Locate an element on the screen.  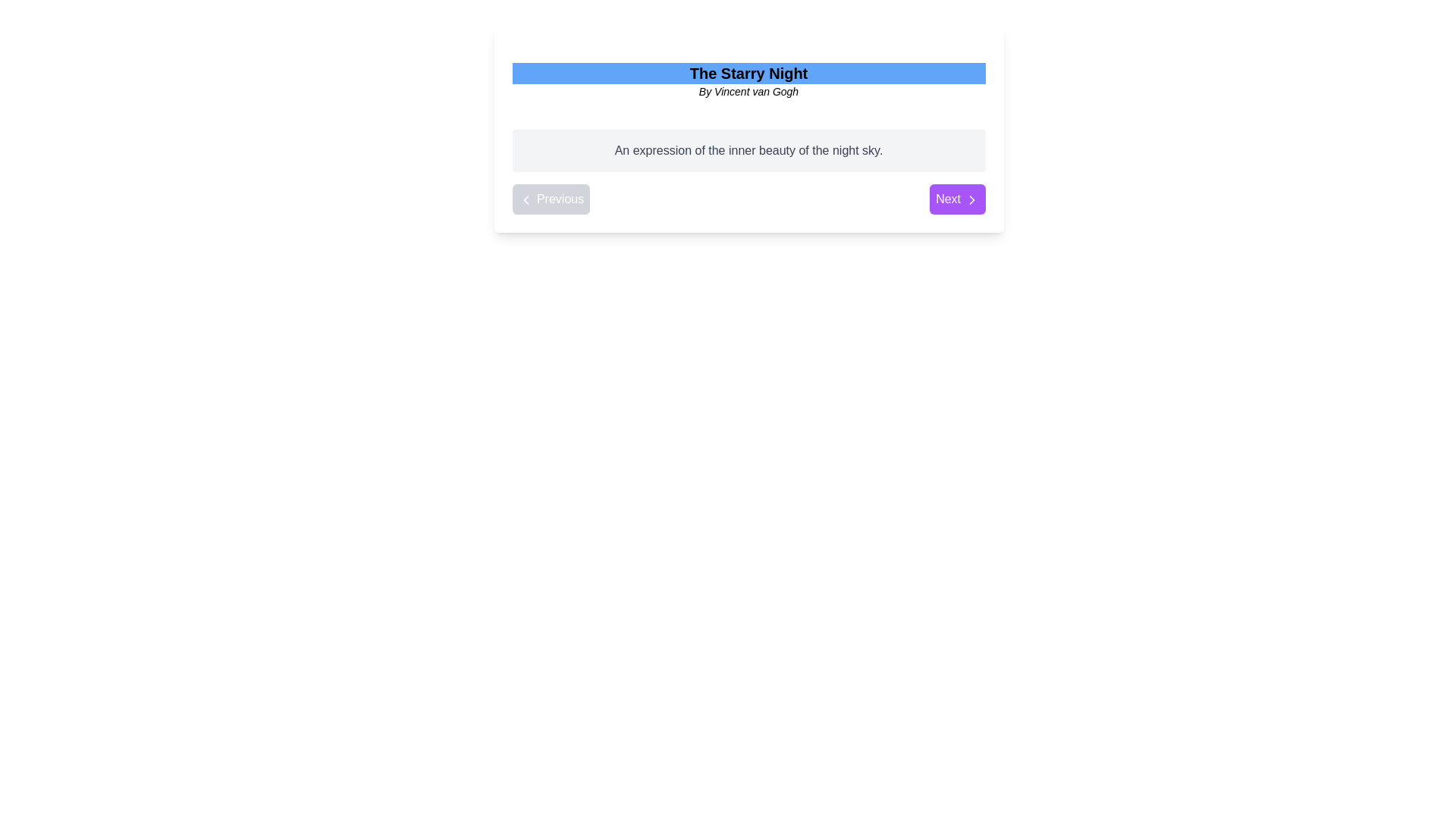
the right-pointing chevron arrow icon within the purple 'Next' button located at the bottom-right corner of the main content box is located at coordinates (971, 199).